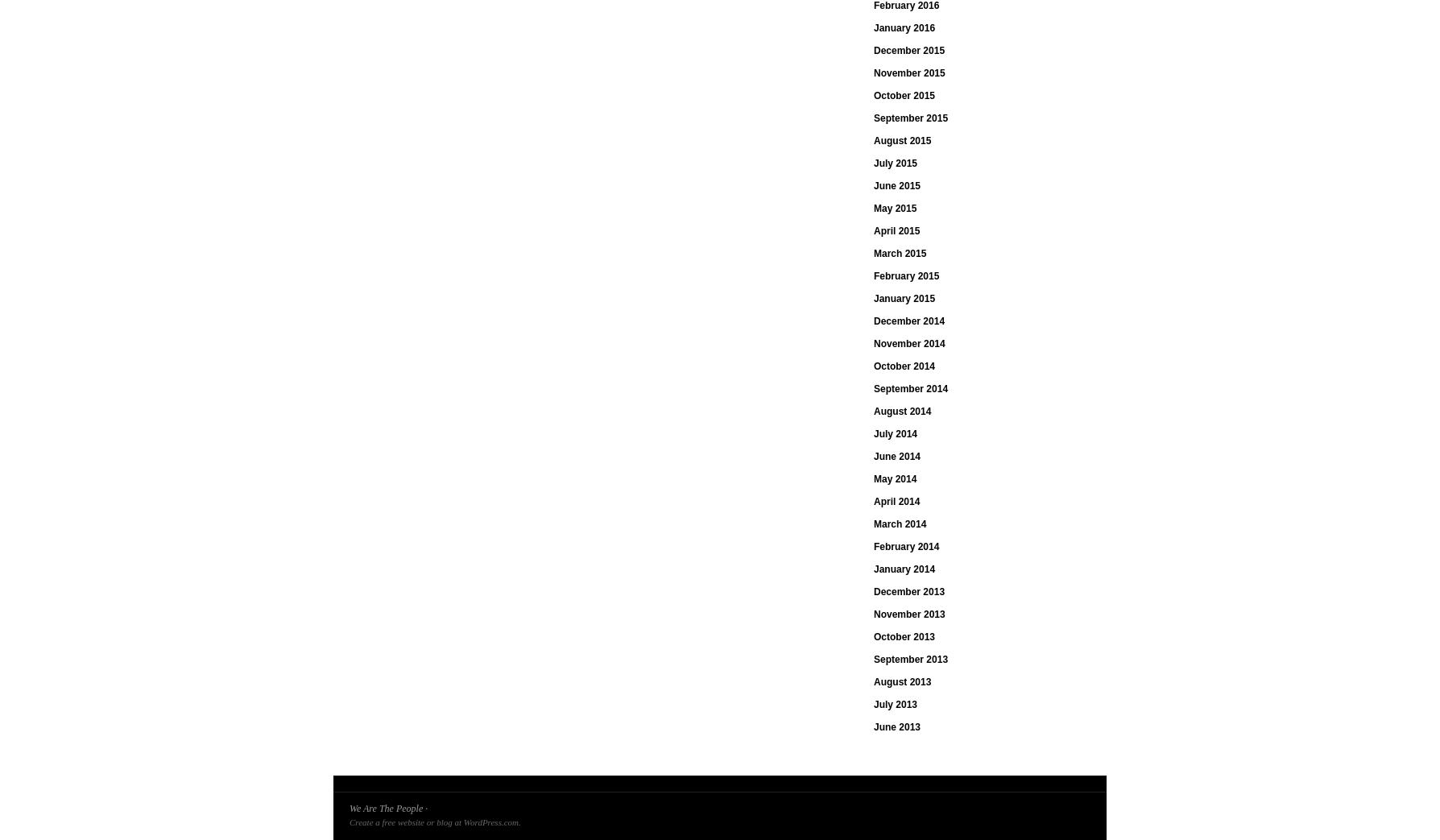 The image size is (1440, 840). What do you see at coordinates (908, 344) in the screenshot?
I see `'November 2014'` at bounding box center [908, 344].